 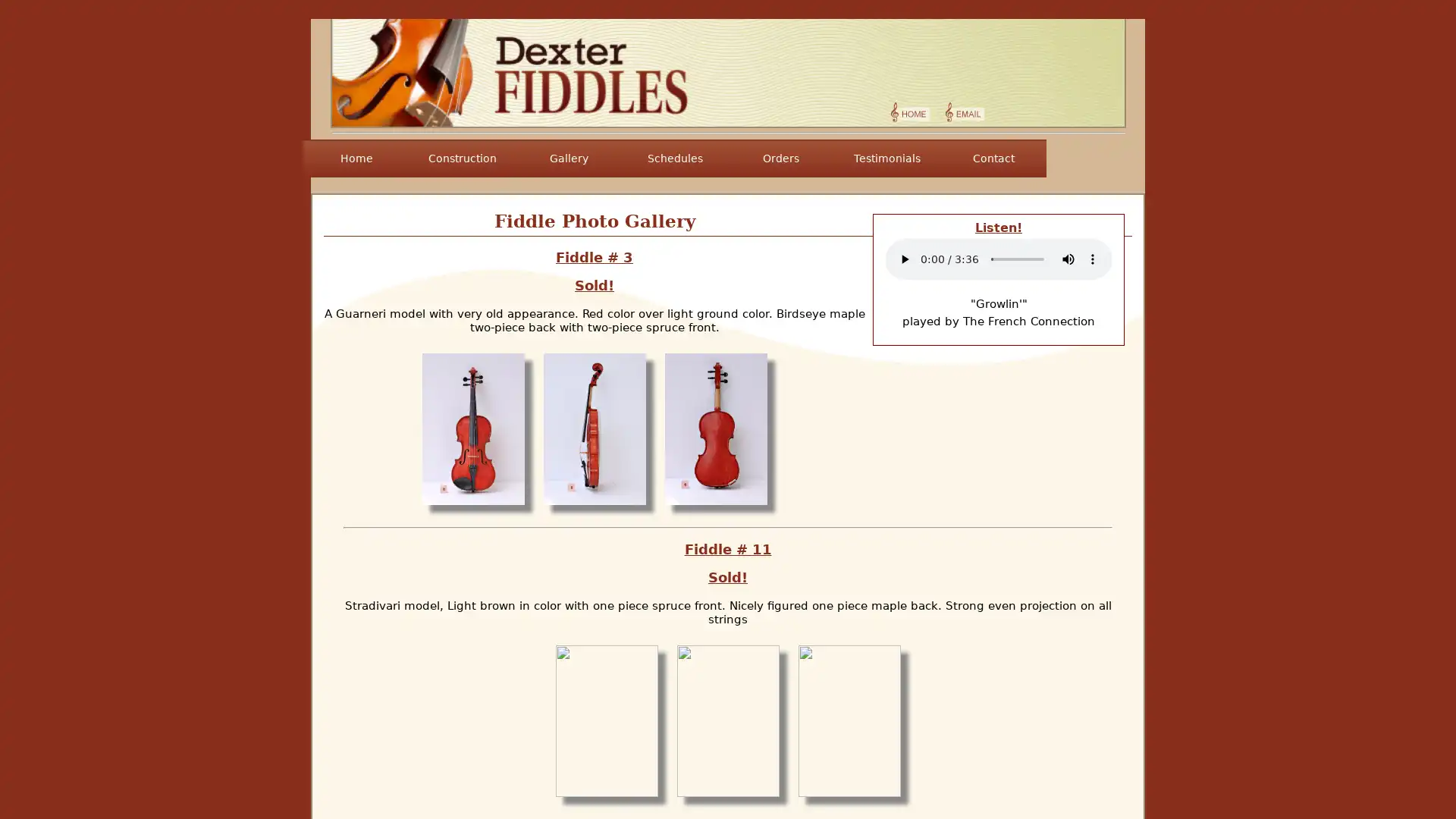 I want to click on show more media controls, so click(x=1092, y=257).